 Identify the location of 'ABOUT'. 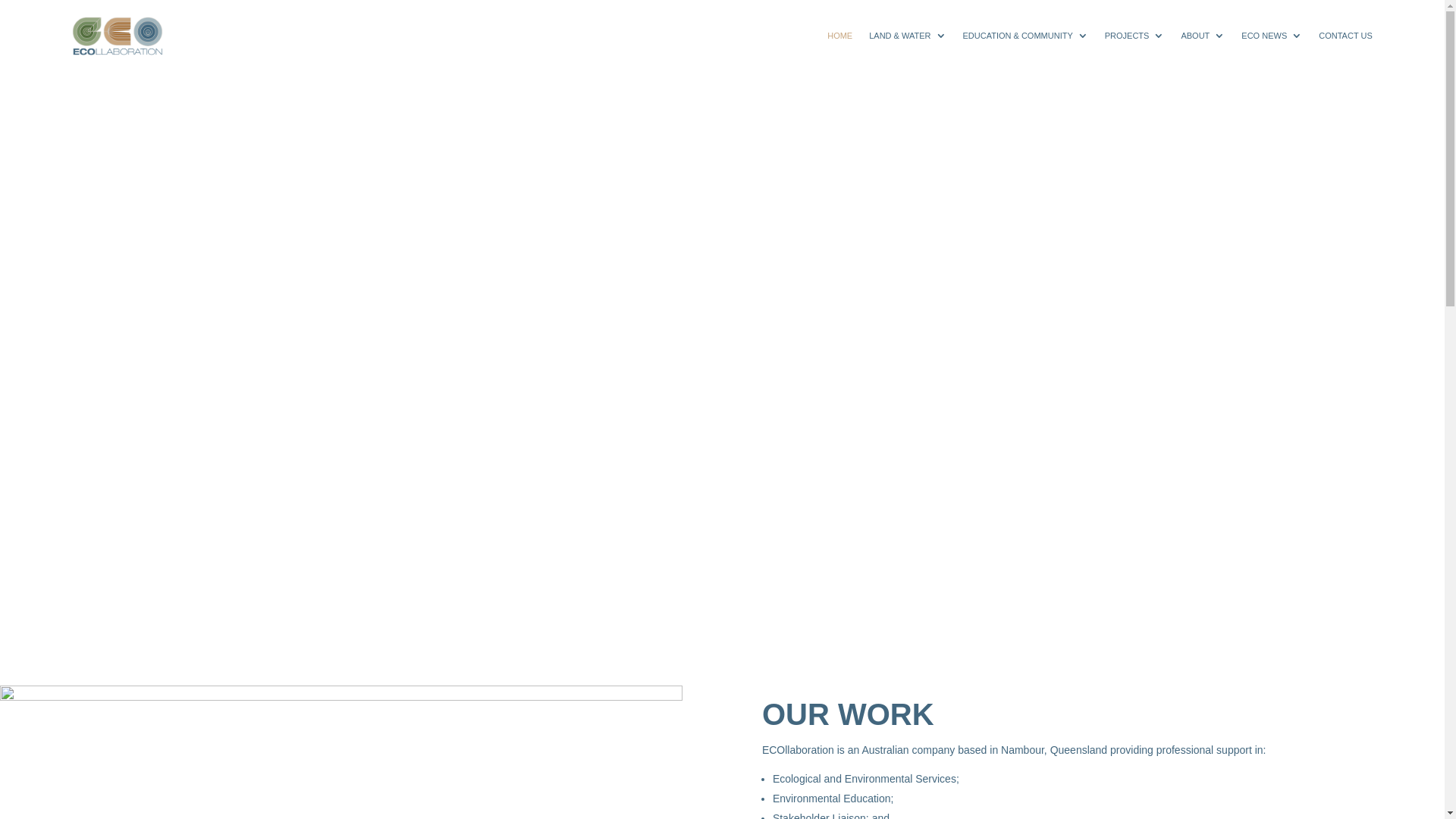
(1201, 35).